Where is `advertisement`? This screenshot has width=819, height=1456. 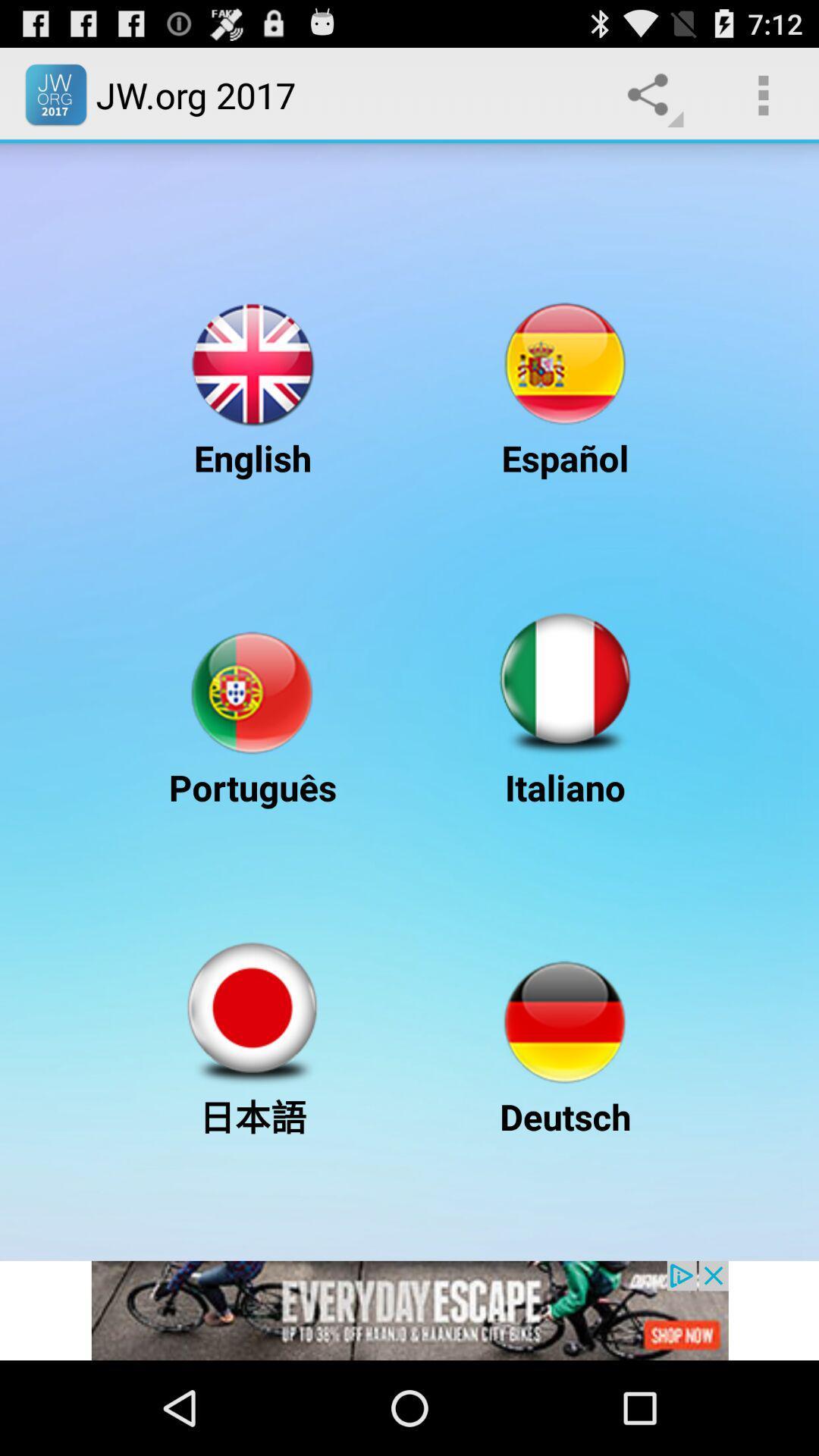 advertisement is located at coordinates (409, 1310).